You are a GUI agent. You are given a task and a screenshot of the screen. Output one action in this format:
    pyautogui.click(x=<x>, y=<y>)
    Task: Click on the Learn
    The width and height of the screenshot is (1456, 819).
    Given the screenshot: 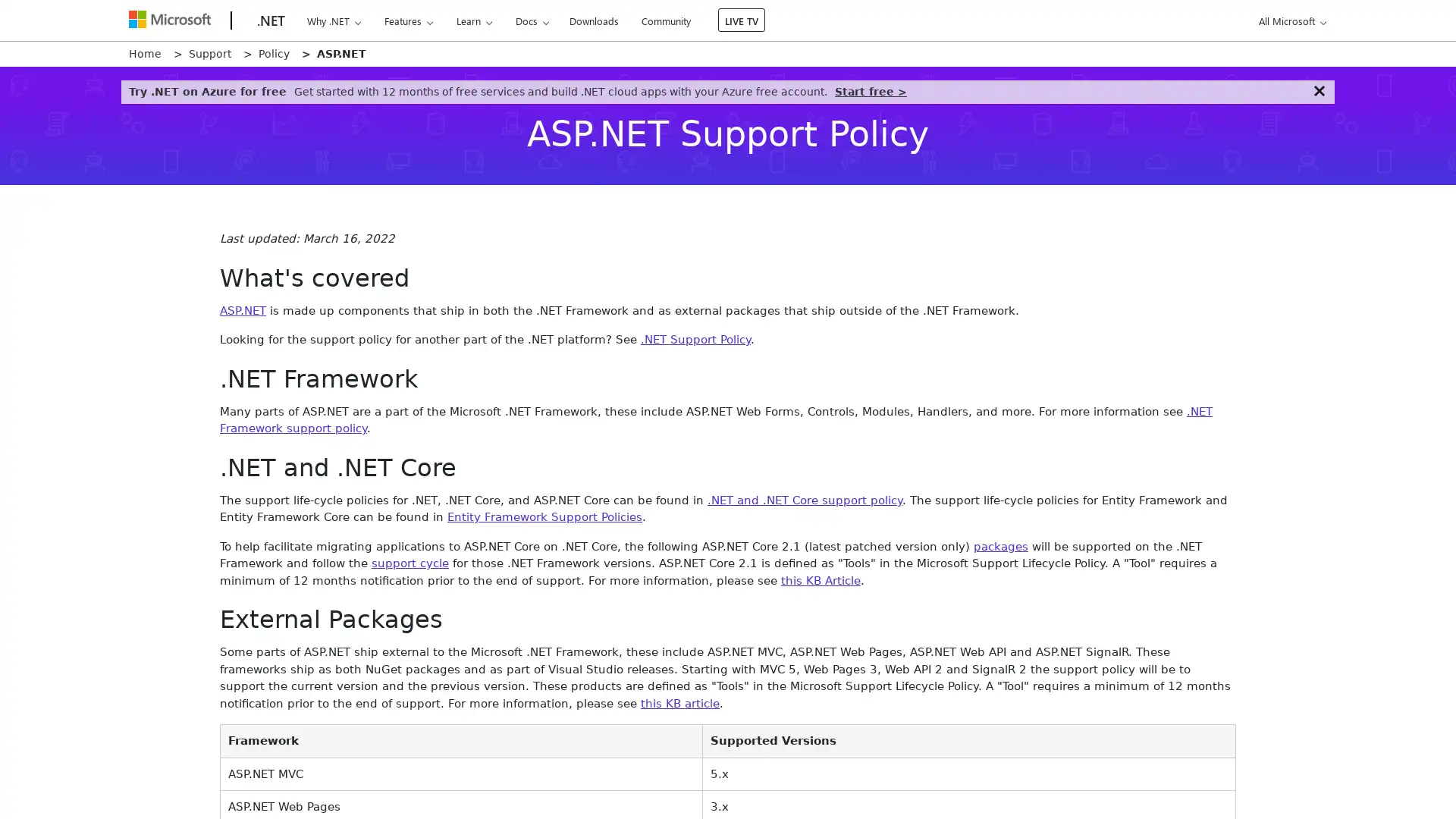 What is the action you would take?
    pyautogui.click(x=472, y=20)
    